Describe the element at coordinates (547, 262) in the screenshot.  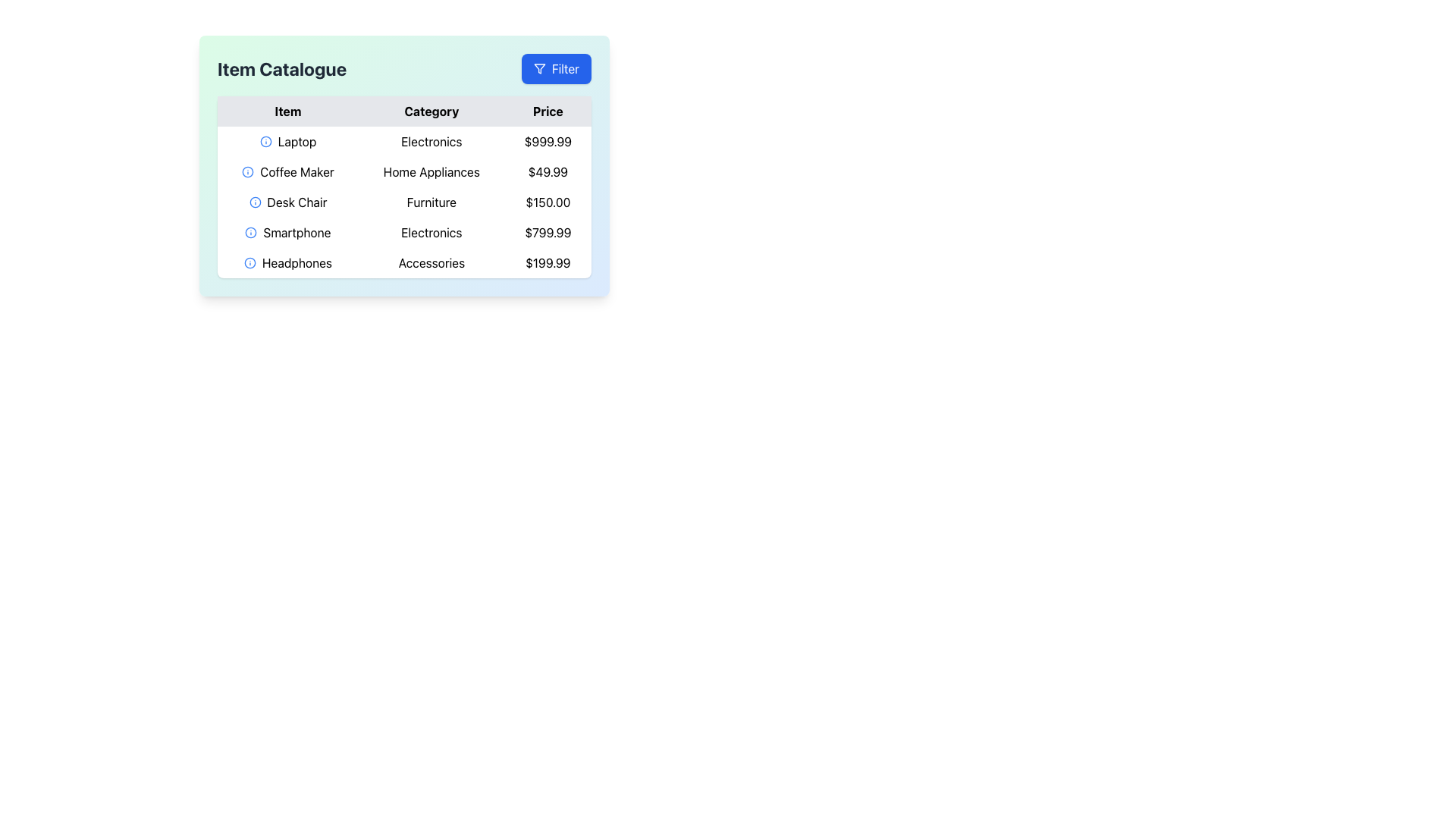
I see `the pricing value displayed as '$199.99' in black text on a white background, located in the rightmost column of the product listing table under the 'Price' column for 'Headphones'` at that location.